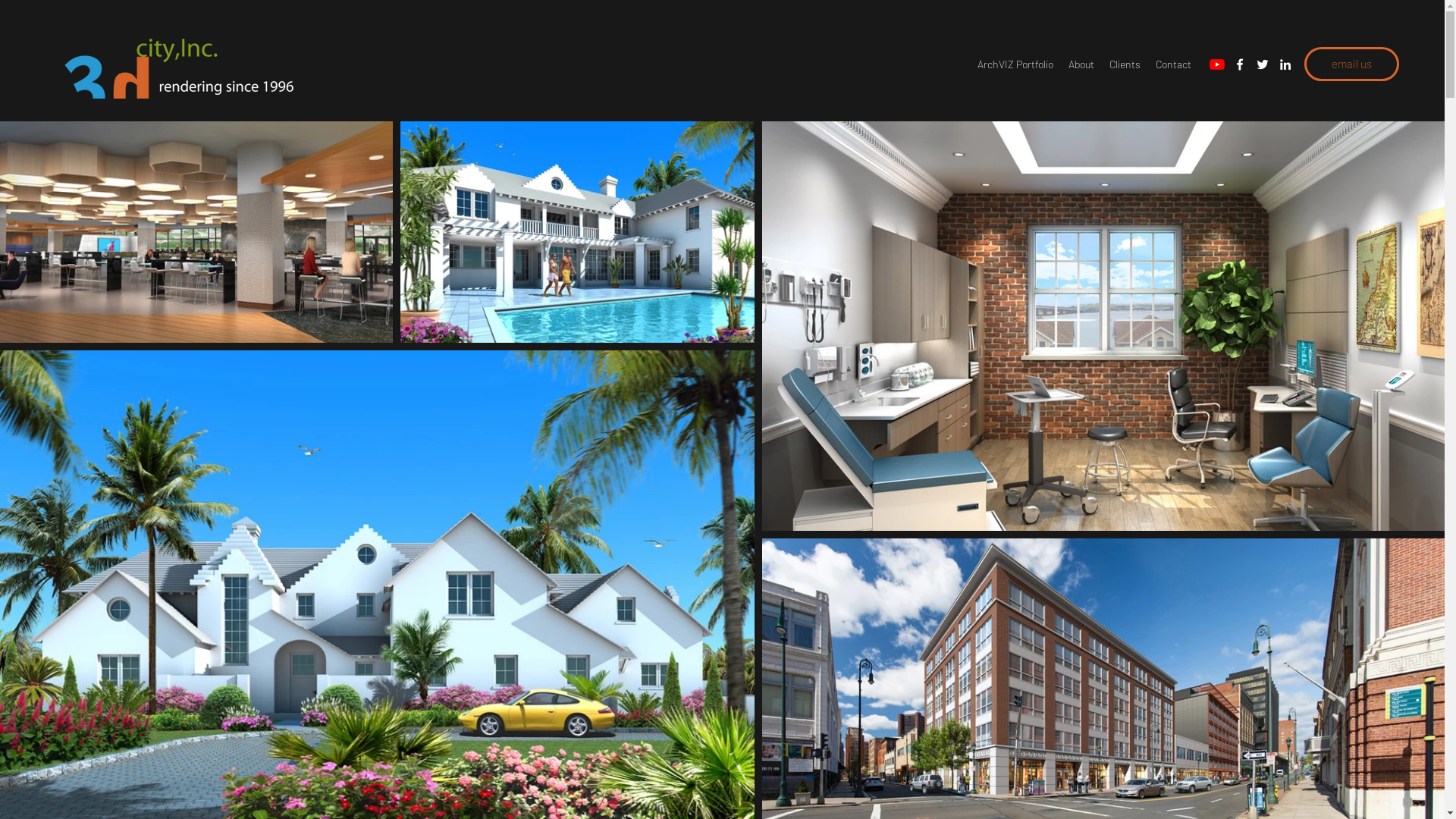 Image resolution: width=1456 pixels, height=819 pixels. I want to click on 'About', so click(1080, 63).